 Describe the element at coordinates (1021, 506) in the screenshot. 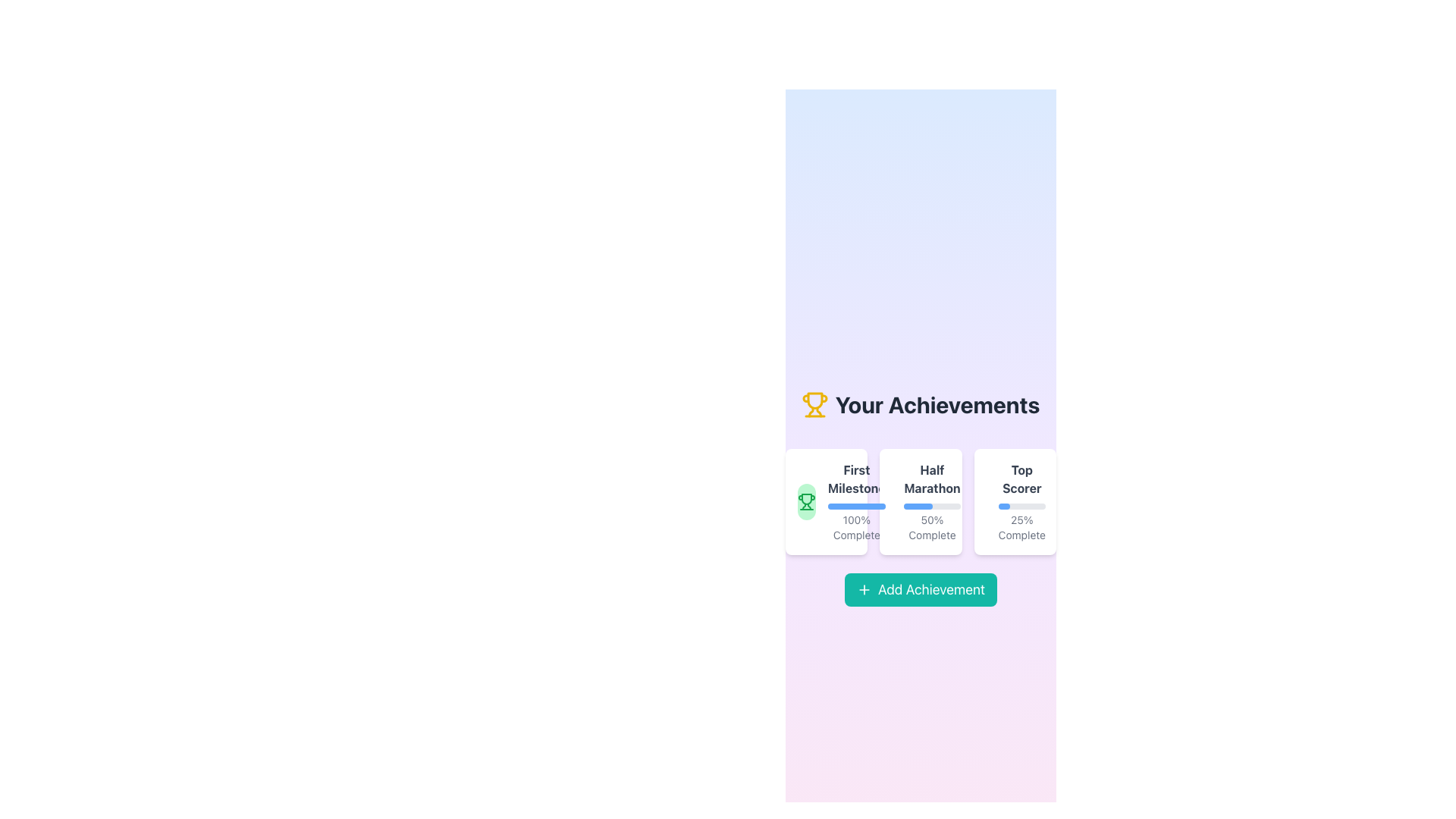

I see `the horizontal progress bar located below the text 'Top Scorer' and above '25% Complete' in the 'Your Achievements' section` at that location.